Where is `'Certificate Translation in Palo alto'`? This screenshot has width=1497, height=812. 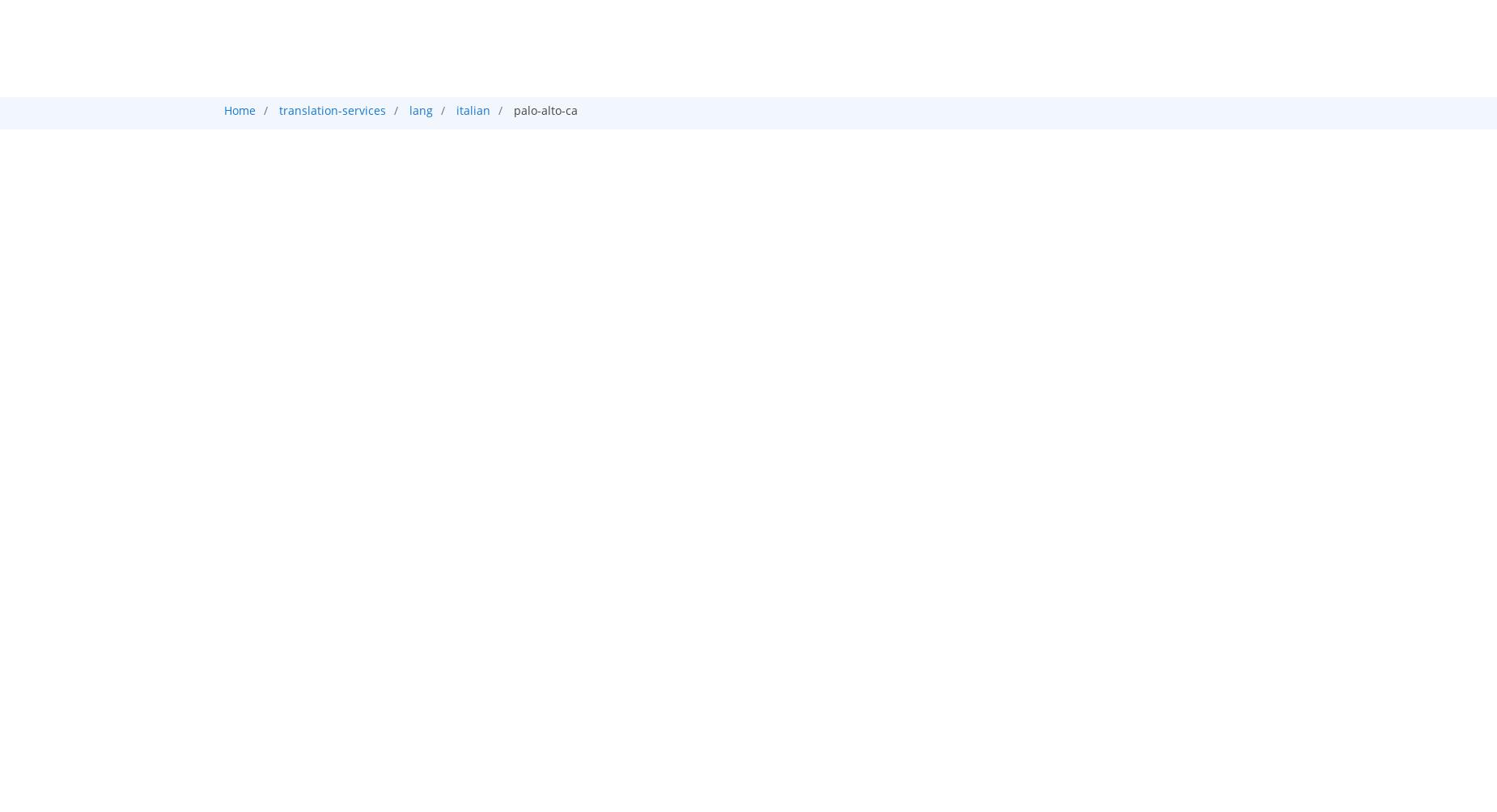
'Certificate Translation in Palo alto' is located at coordinates (410, 140).